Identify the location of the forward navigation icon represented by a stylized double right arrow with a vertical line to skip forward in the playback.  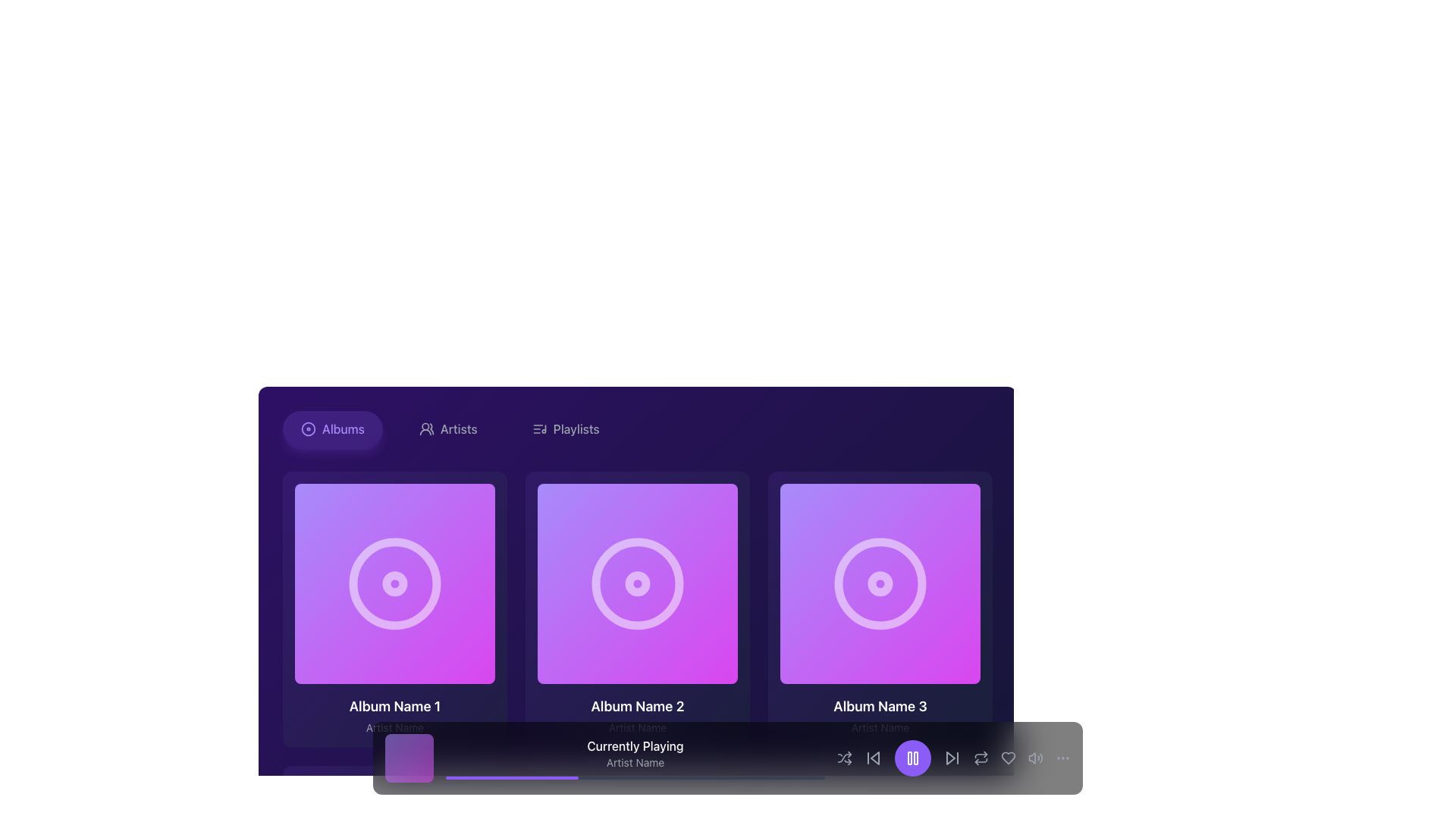
(952, 758).